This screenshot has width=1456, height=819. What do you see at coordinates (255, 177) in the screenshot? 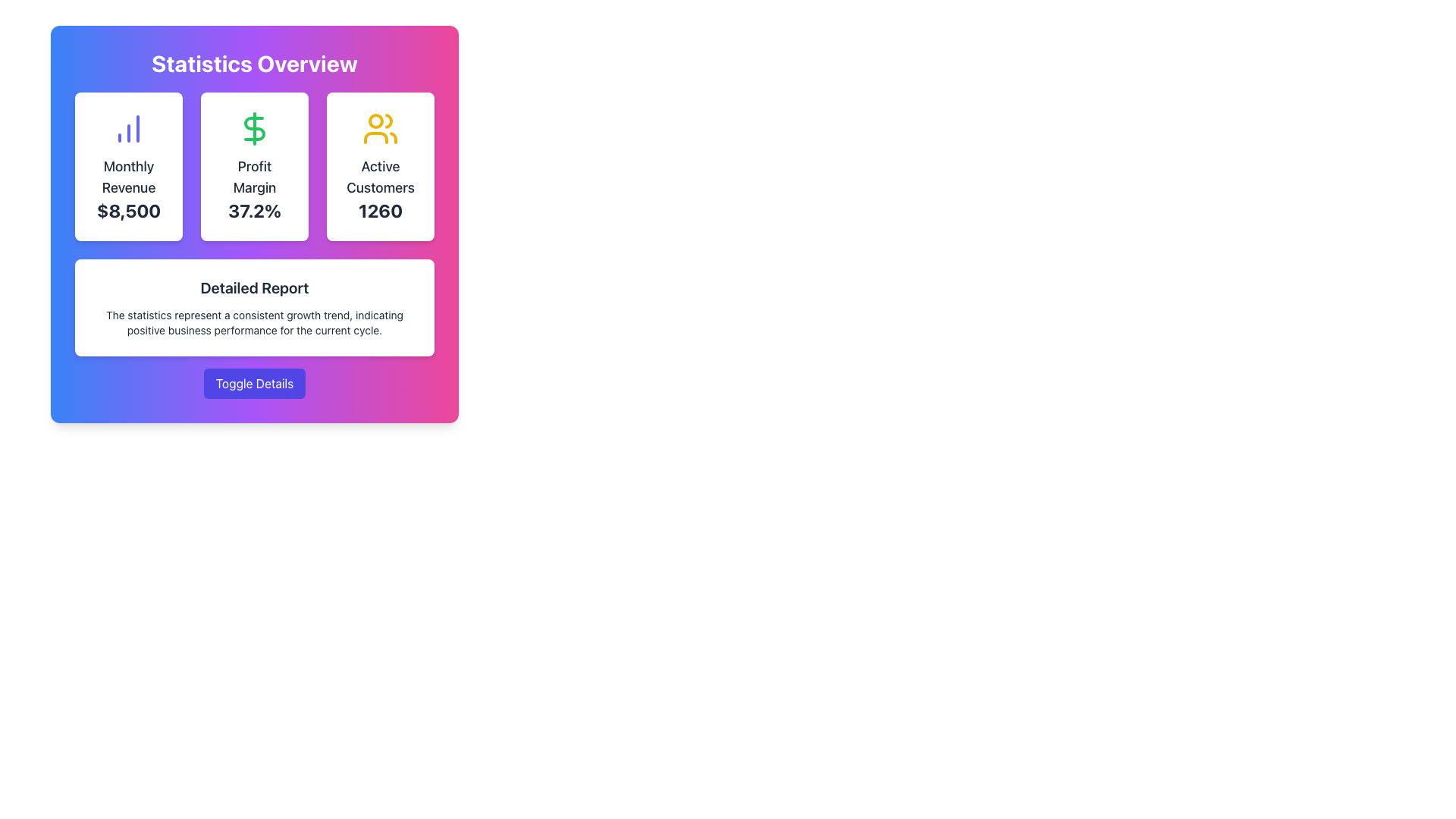
I see `the Text Label that indicates the profit margin metric in the central card of the 'Statistics Overview' section, located below the dollar sign icon` at bounding box center [255, 177].